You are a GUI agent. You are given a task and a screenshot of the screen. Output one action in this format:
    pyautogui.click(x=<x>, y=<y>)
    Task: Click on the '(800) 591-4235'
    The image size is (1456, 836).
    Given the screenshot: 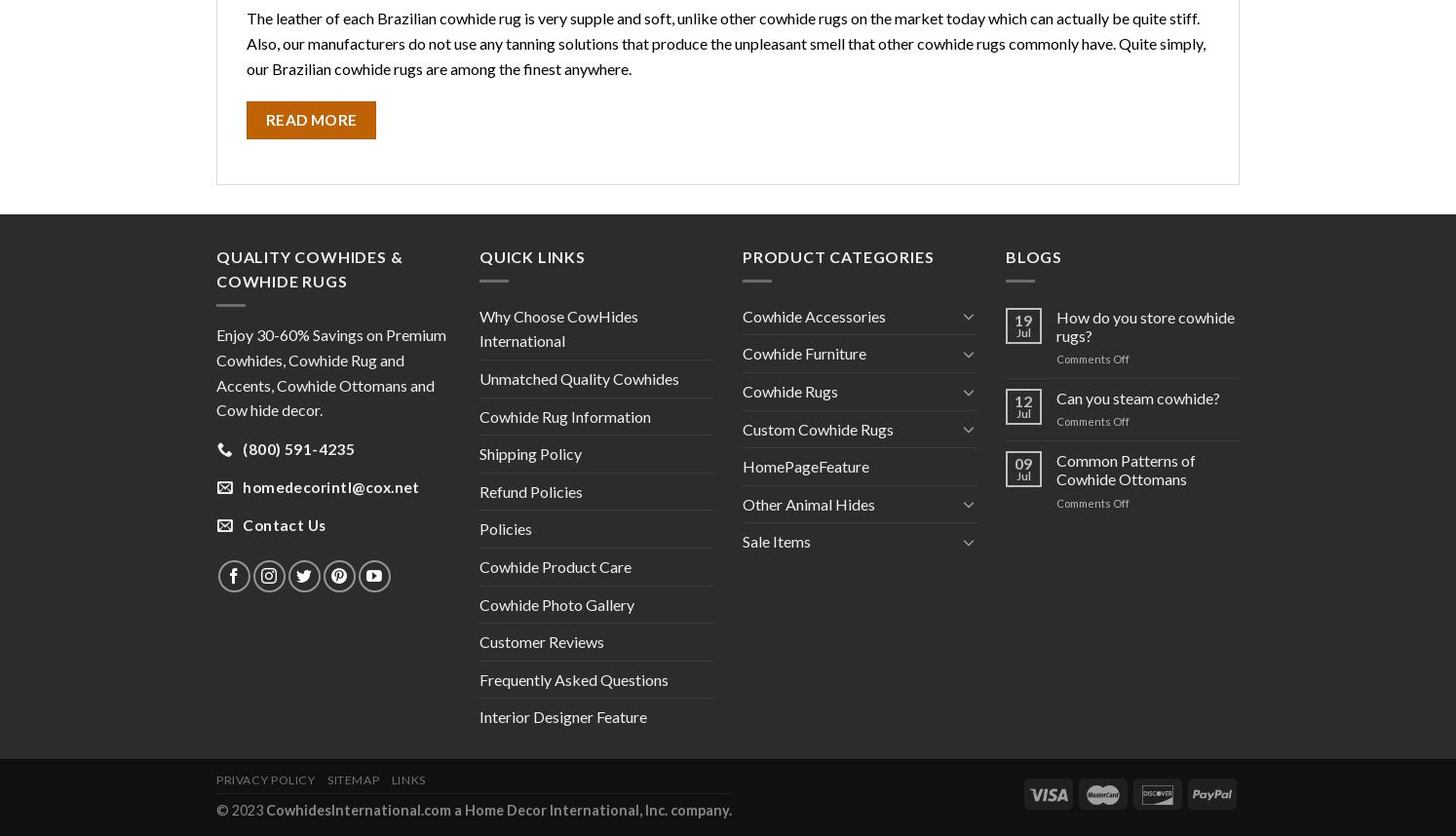 What is the action you would take?
    pyautogui.click(x=297, y=447)
    